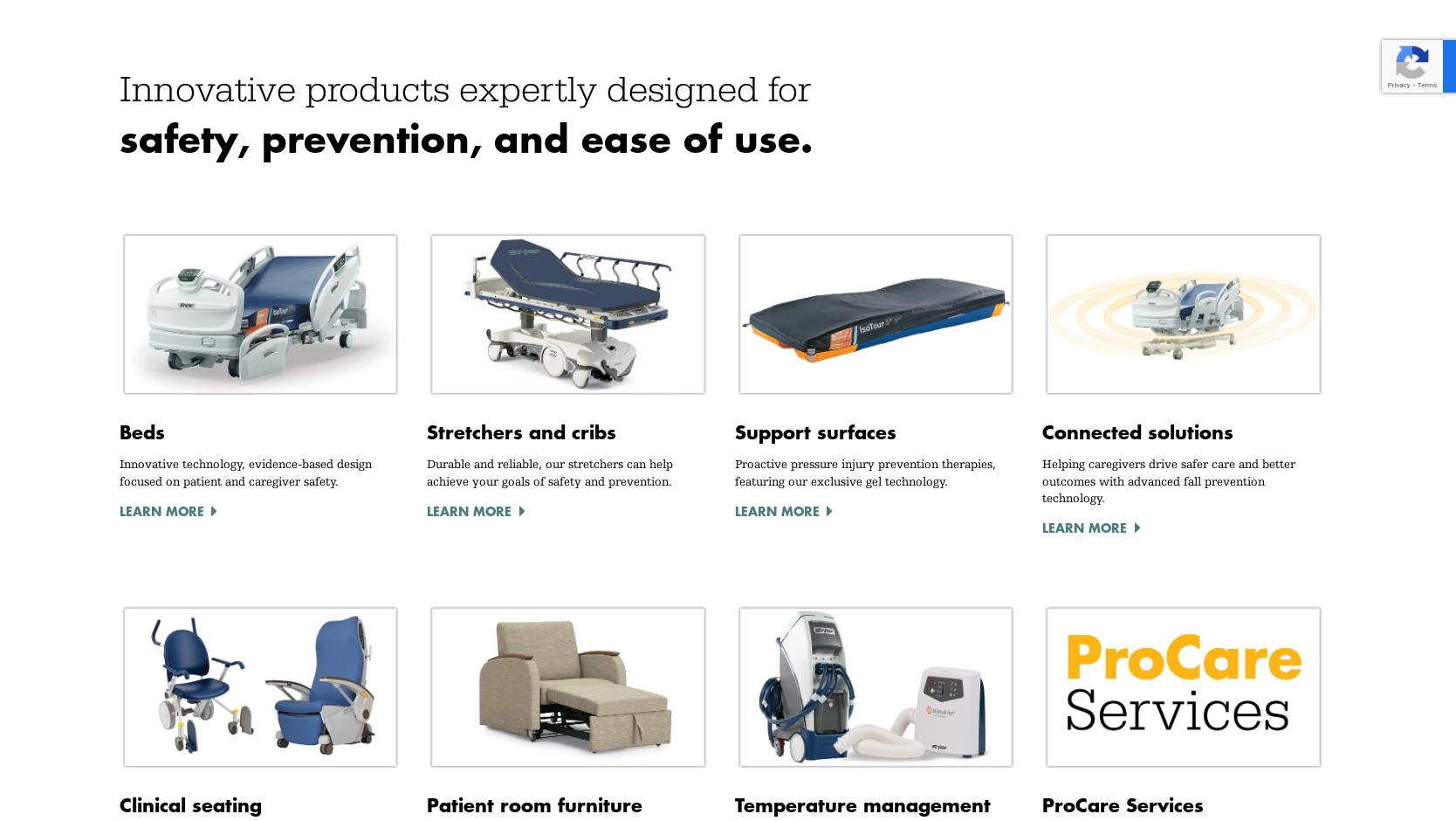  Describe the element at coordinates (1168, 479) in the screenshot. I see `'Helping caregivers drive safer care and better outcomes with advanced fall prevention technology.'` at that location.